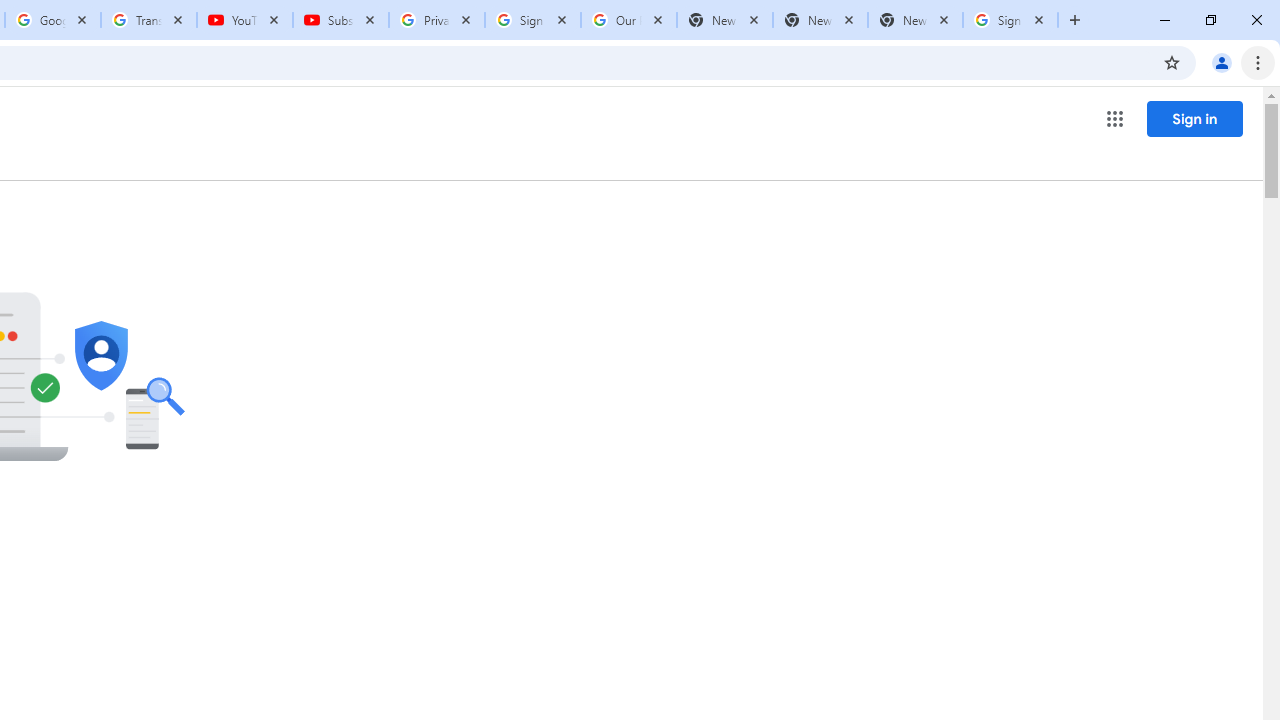 This screenshot has height=720, width=1280. I want to click on 'Minimize', so click(1165, 20).